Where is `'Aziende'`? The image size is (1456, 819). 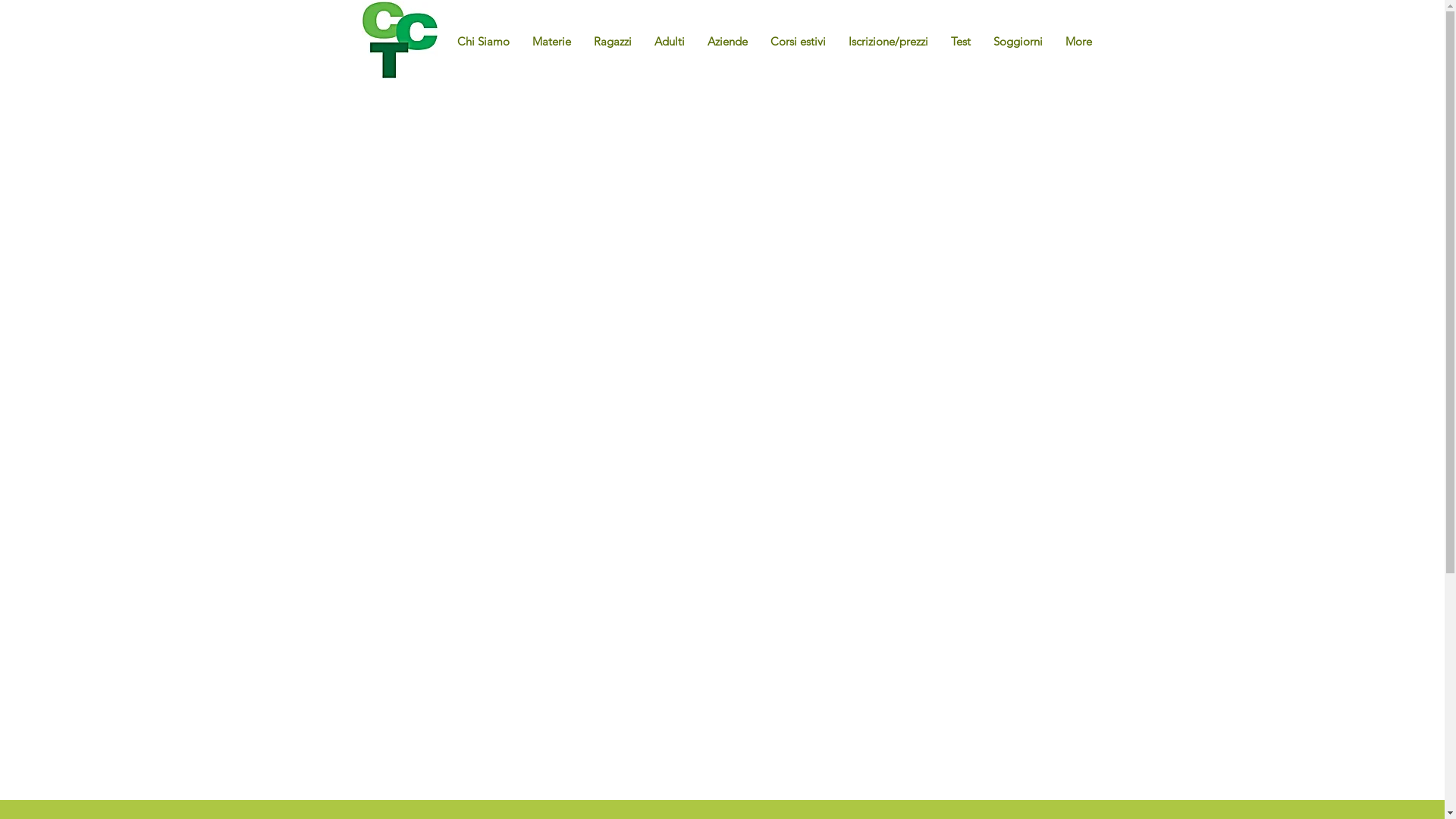
'Aziende' is located at coordinates (665, 34).